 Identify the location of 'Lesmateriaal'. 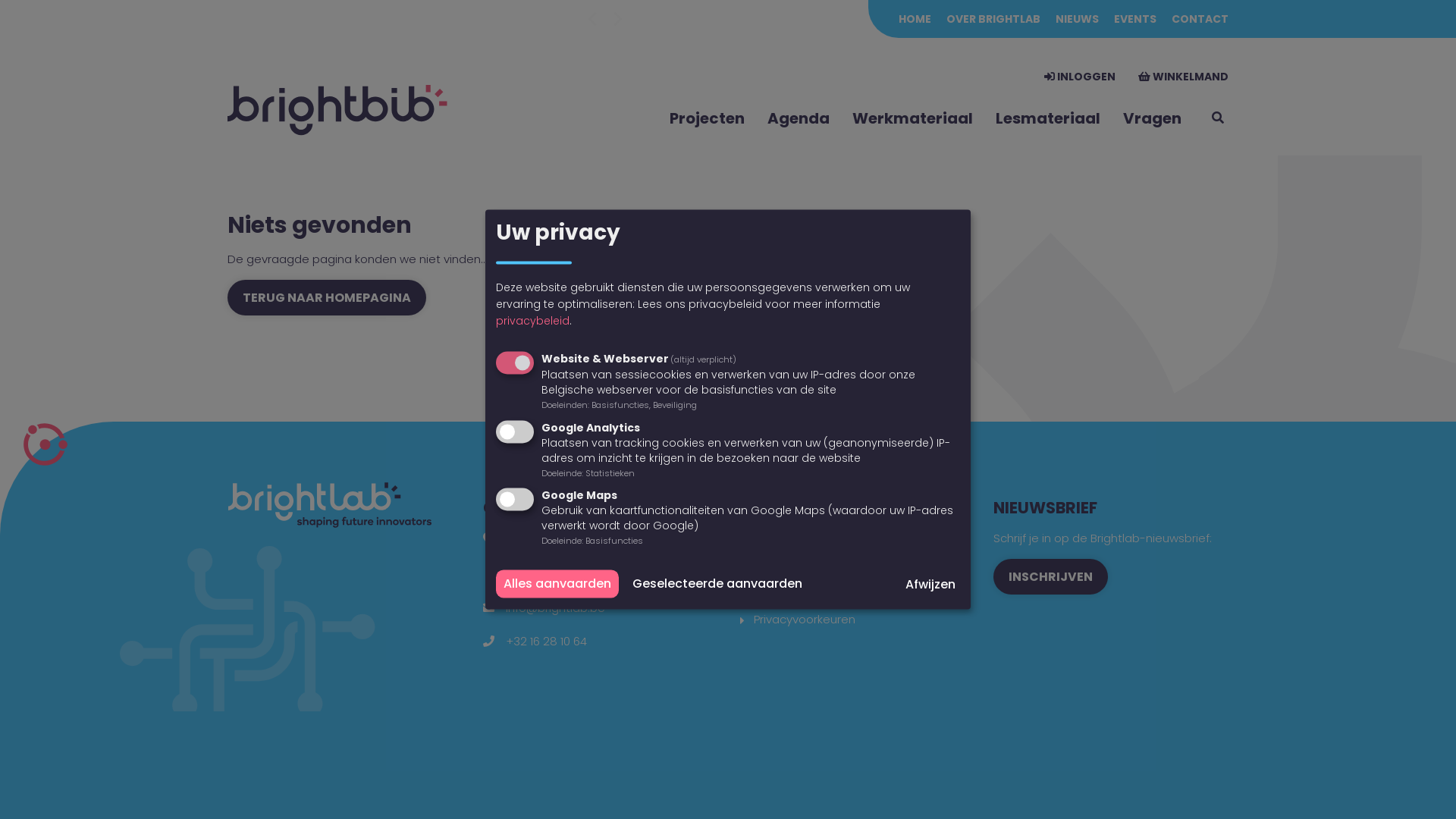
(1047, 117).